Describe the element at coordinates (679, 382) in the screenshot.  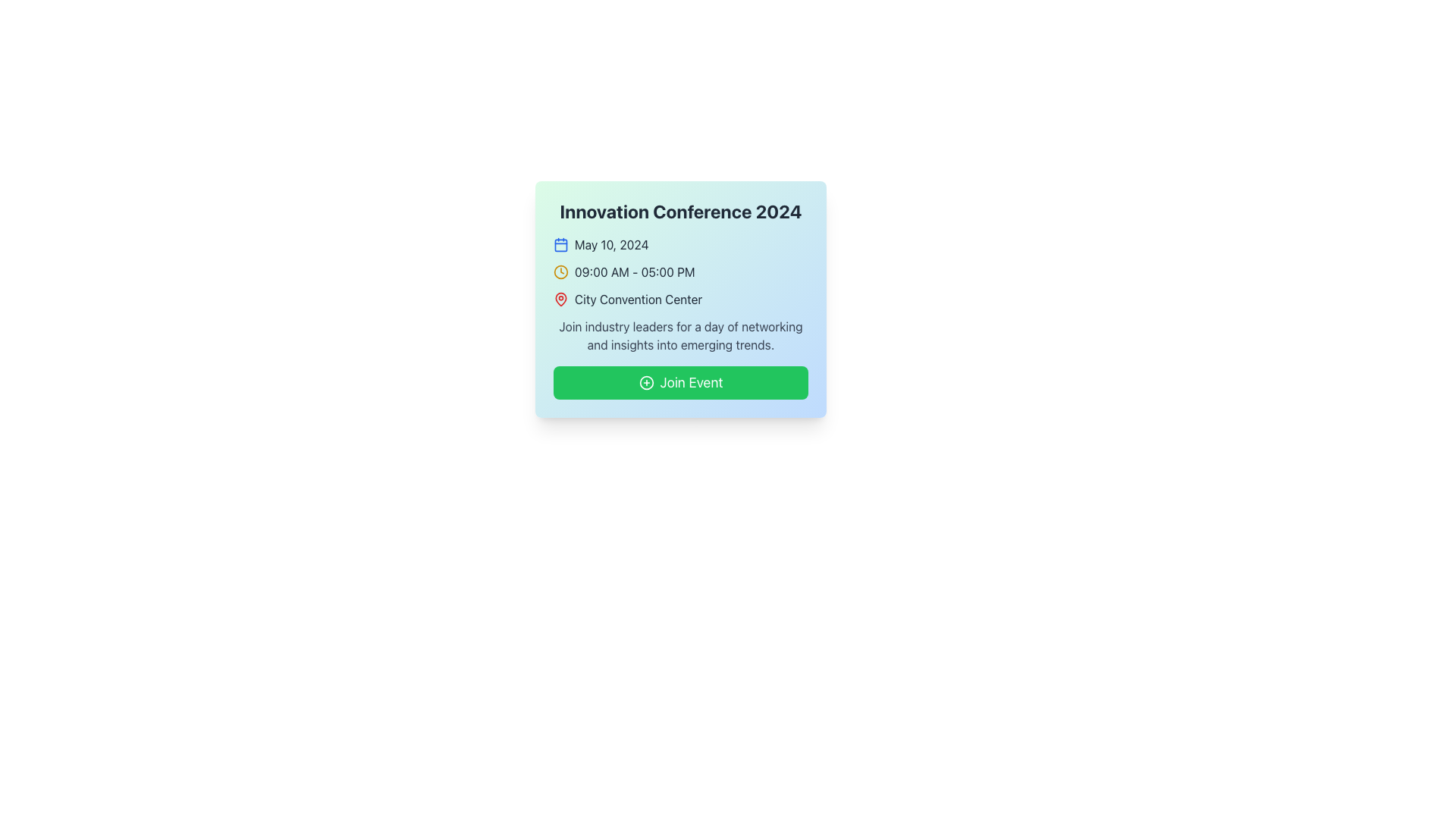
I see `the interactive button at the bottom of the 'Innovation Conference 2024' event section` at that location.